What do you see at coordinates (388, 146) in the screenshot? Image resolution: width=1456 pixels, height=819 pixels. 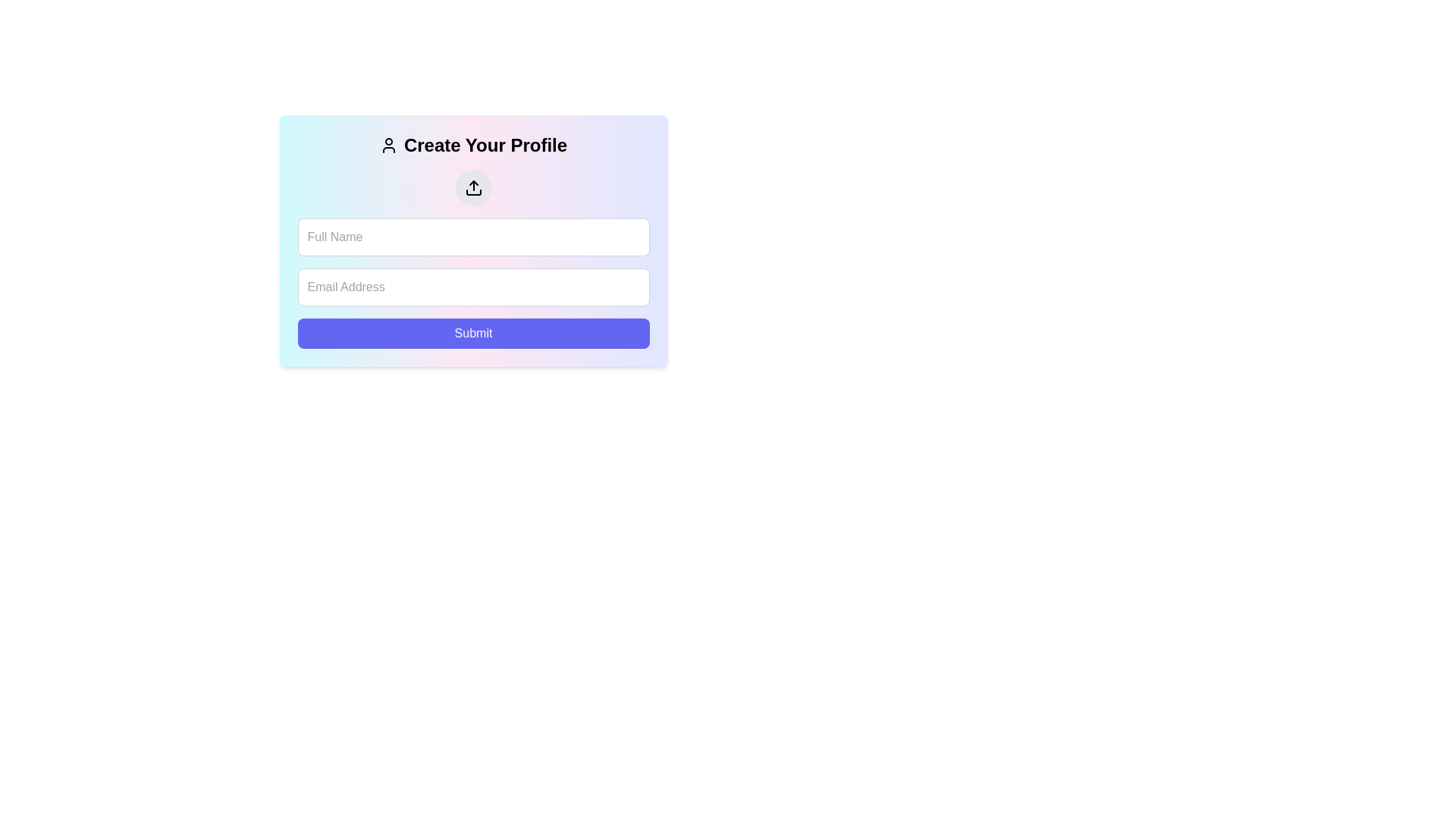 I see `the user profile icon, which is a circular head and shoulders silhouette with a minimalistic black outline, positioned left-aligned next to the text 'Create Your Profile'` at bounding box center [388, 146].